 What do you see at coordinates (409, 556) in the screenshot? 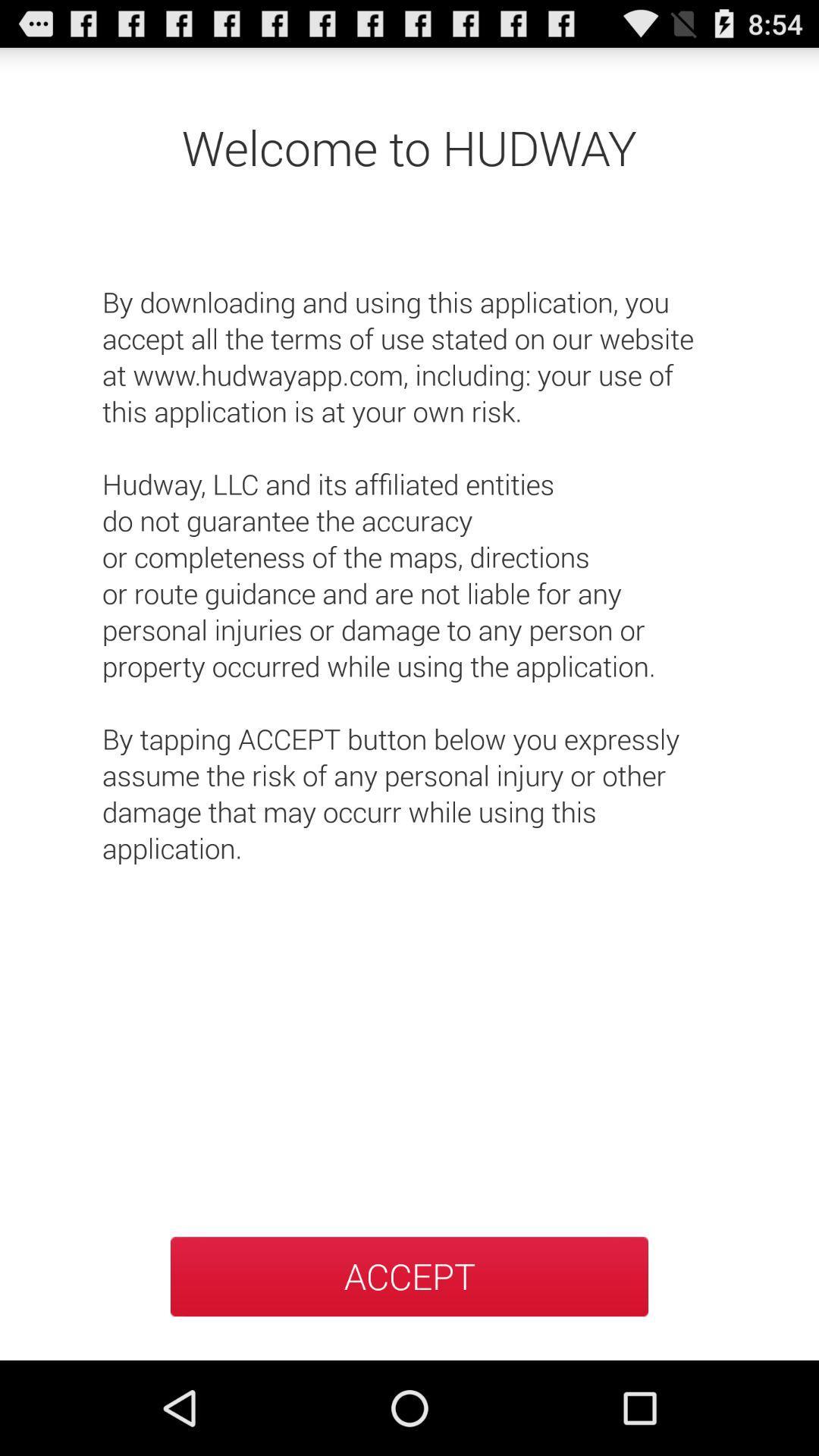
I see `the item below the welcome to hudway icon` at bounding box center [409, 556].